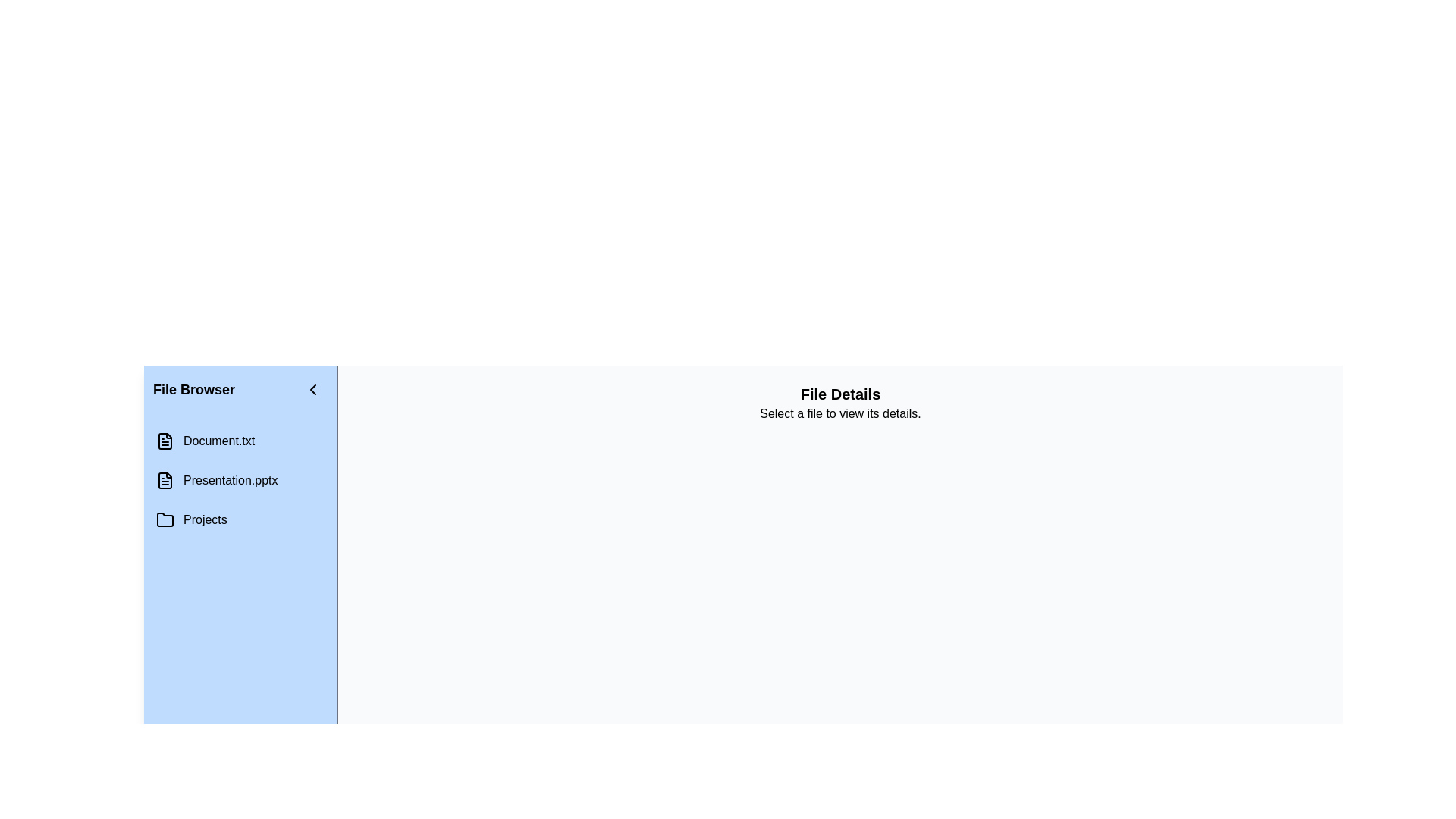  I want to click on the file icon representing the file type for 'Presentation.pptx' located in the second row of the file list in the file browser, so click(165, 480).